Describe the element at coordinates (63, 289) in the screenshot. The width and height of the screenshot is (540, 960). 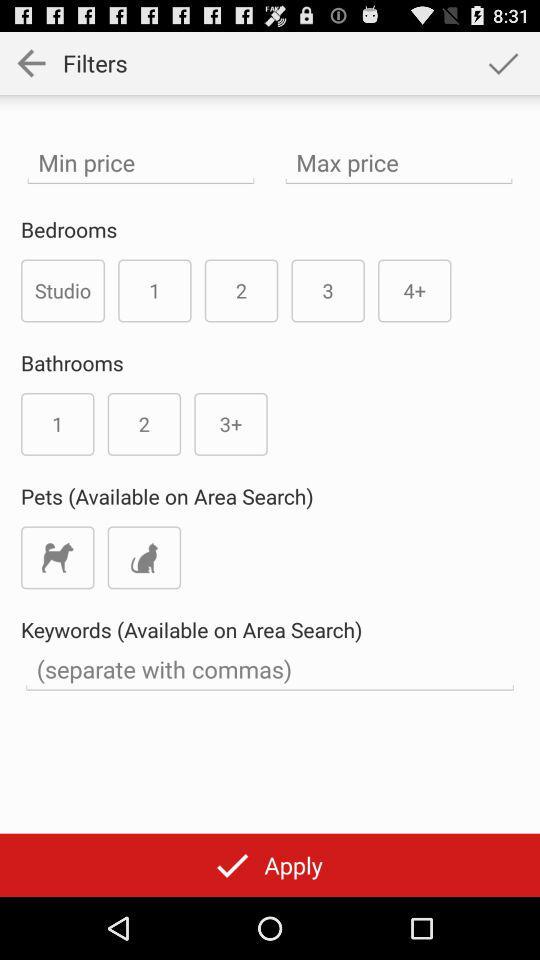
I see `the studio` at that location.